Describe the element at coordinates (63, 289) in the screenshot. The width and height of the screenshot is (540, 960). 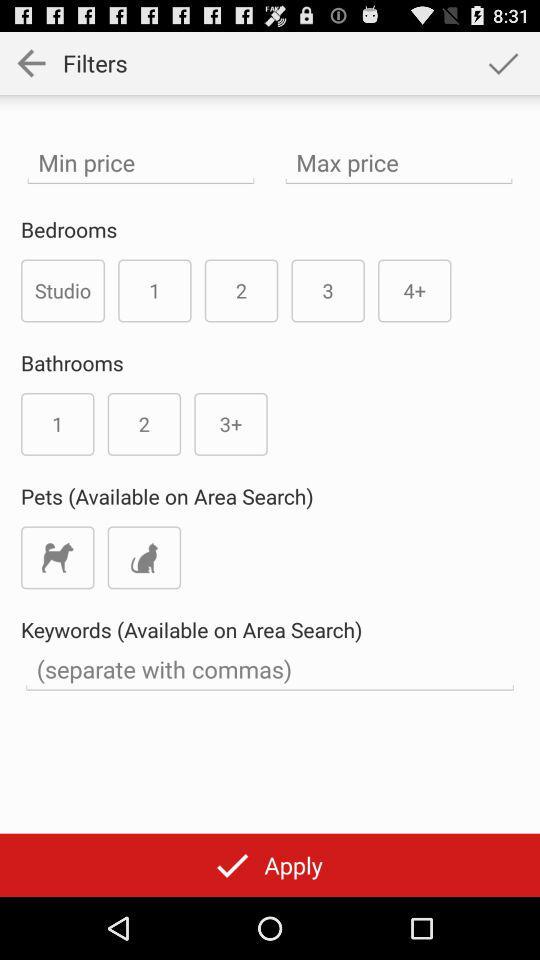
I see `the studio` at that location.